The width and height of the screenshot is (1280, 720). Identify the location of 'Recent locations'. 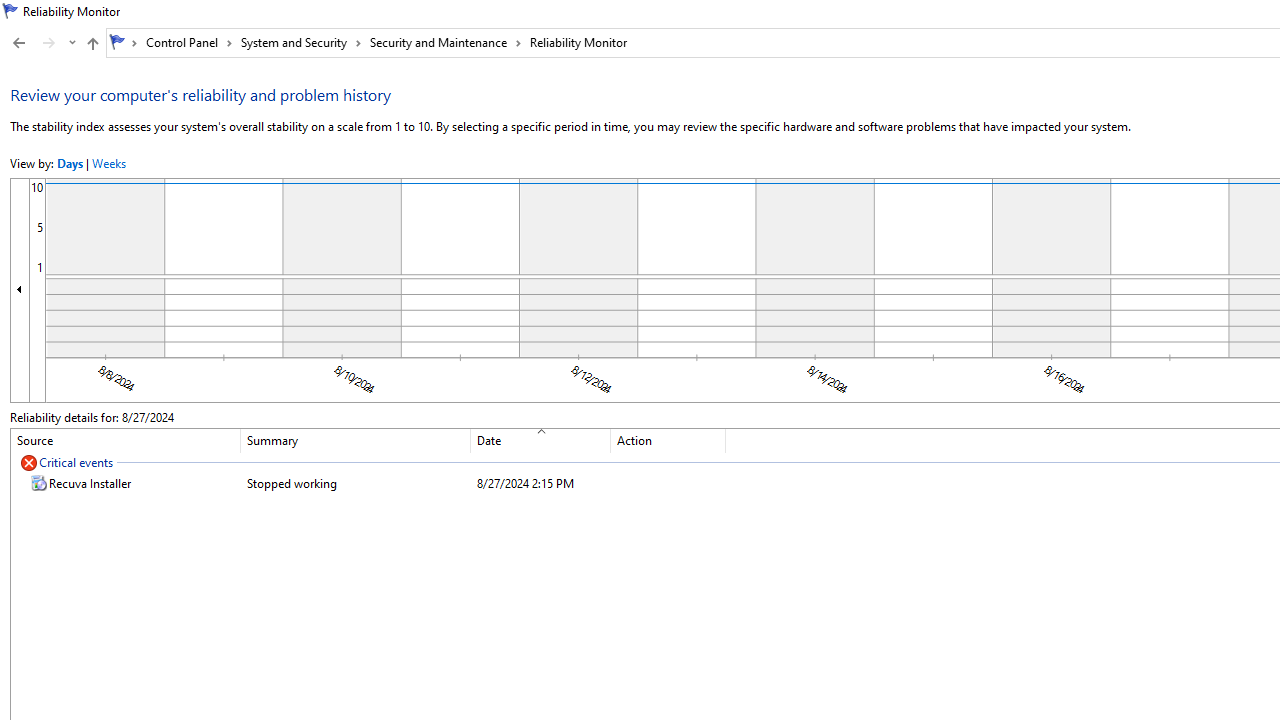
(71, 43).